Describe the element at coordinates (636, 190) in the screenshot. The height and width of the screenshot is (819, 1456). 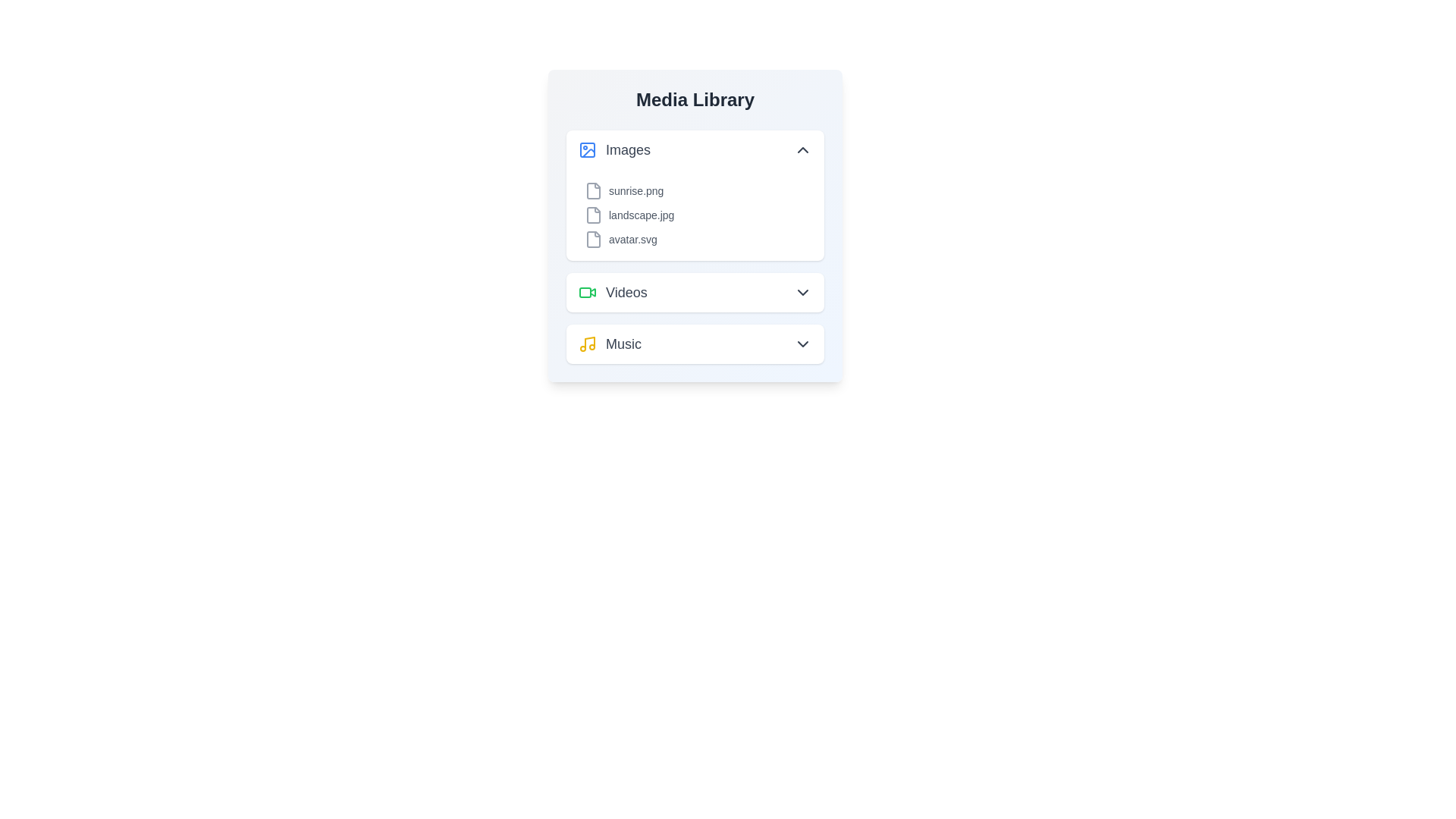
I see `the text label 'sunrise.png' styled in a small gray font` at that location.